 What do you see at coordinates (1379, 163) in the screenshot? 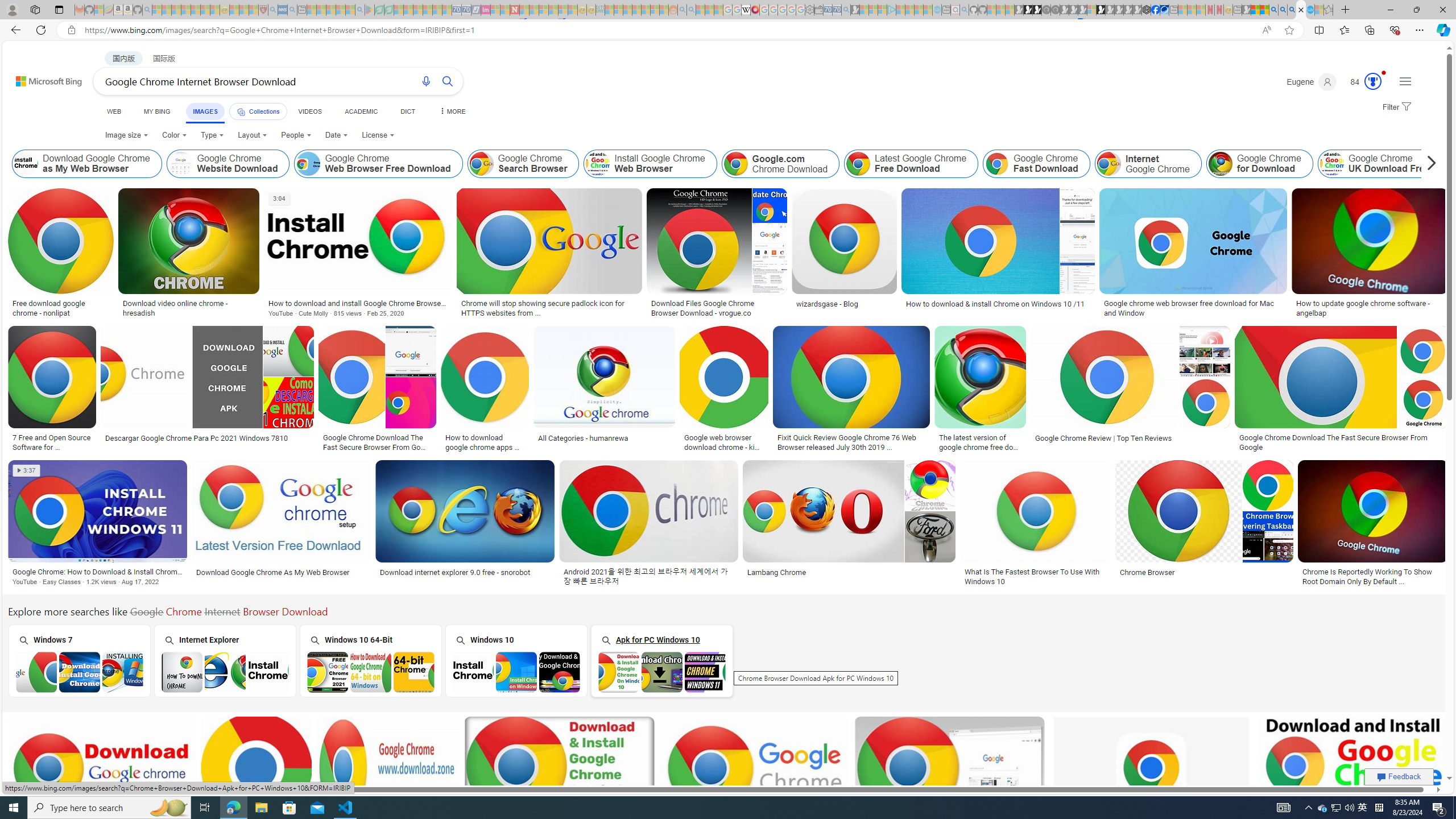
I see `'Class: item col'` at bounding box center [1379, 163].